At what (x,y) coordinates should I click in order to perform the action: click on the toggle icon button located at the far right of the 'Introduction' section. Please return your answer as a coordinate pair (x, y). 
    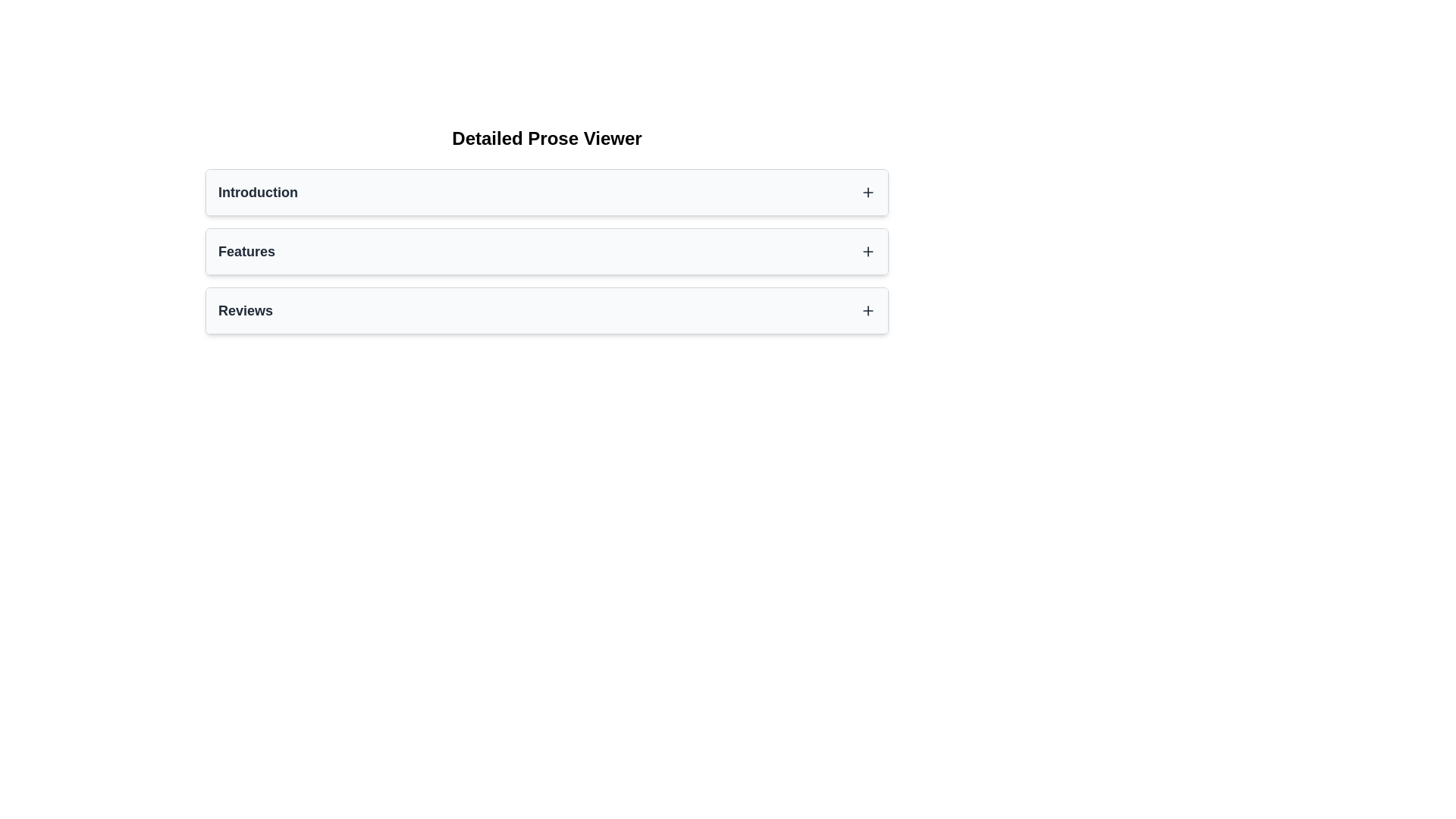
    Looking at the image, I should click on (868, 192).